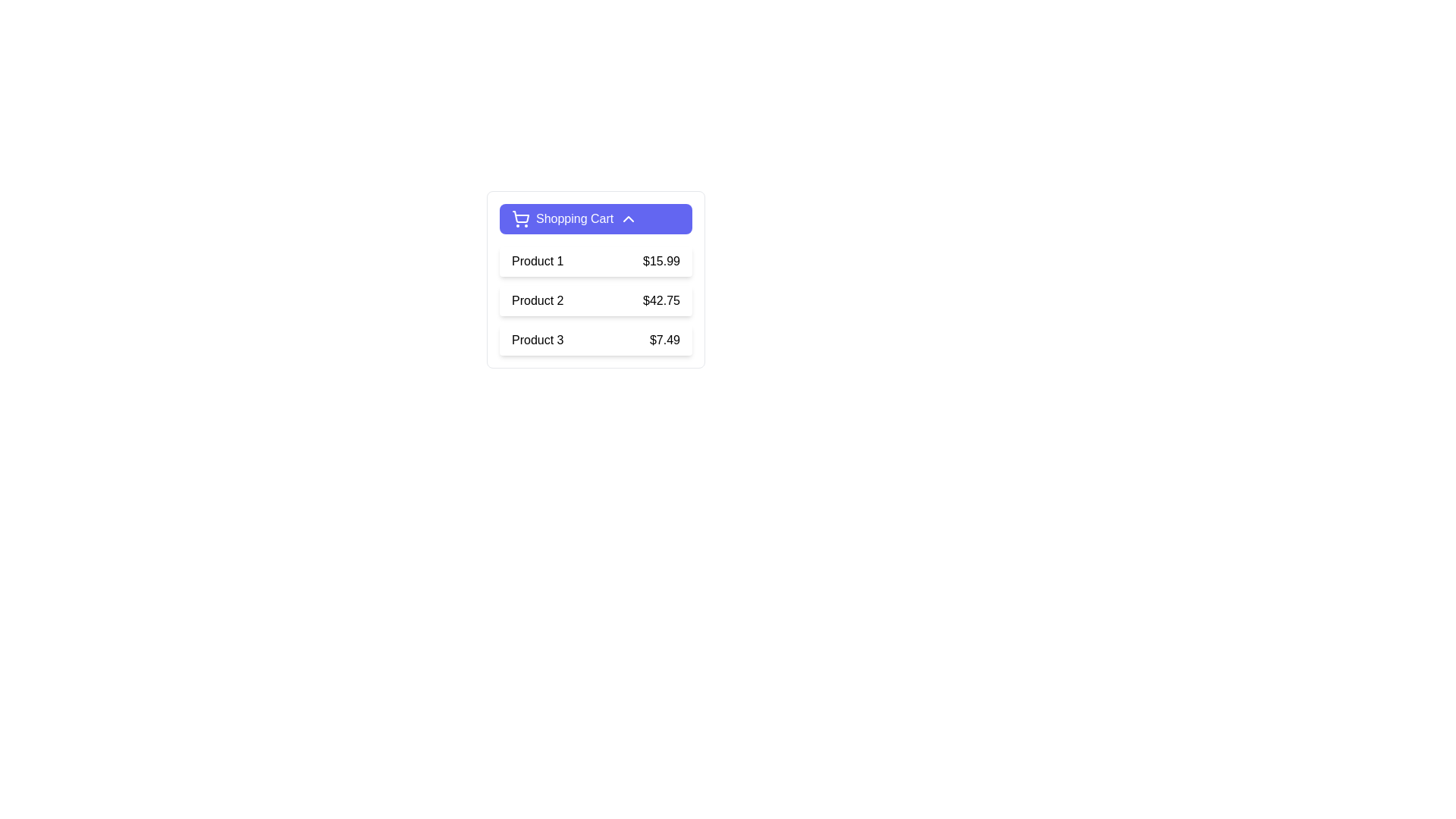  Describe the element at coordinates (538, 339) in the screenshot. I see `the text label displaying the name 'Product 3', which is located at the bottom of a vertical list of products, to assist users in identifying the product` at that location.